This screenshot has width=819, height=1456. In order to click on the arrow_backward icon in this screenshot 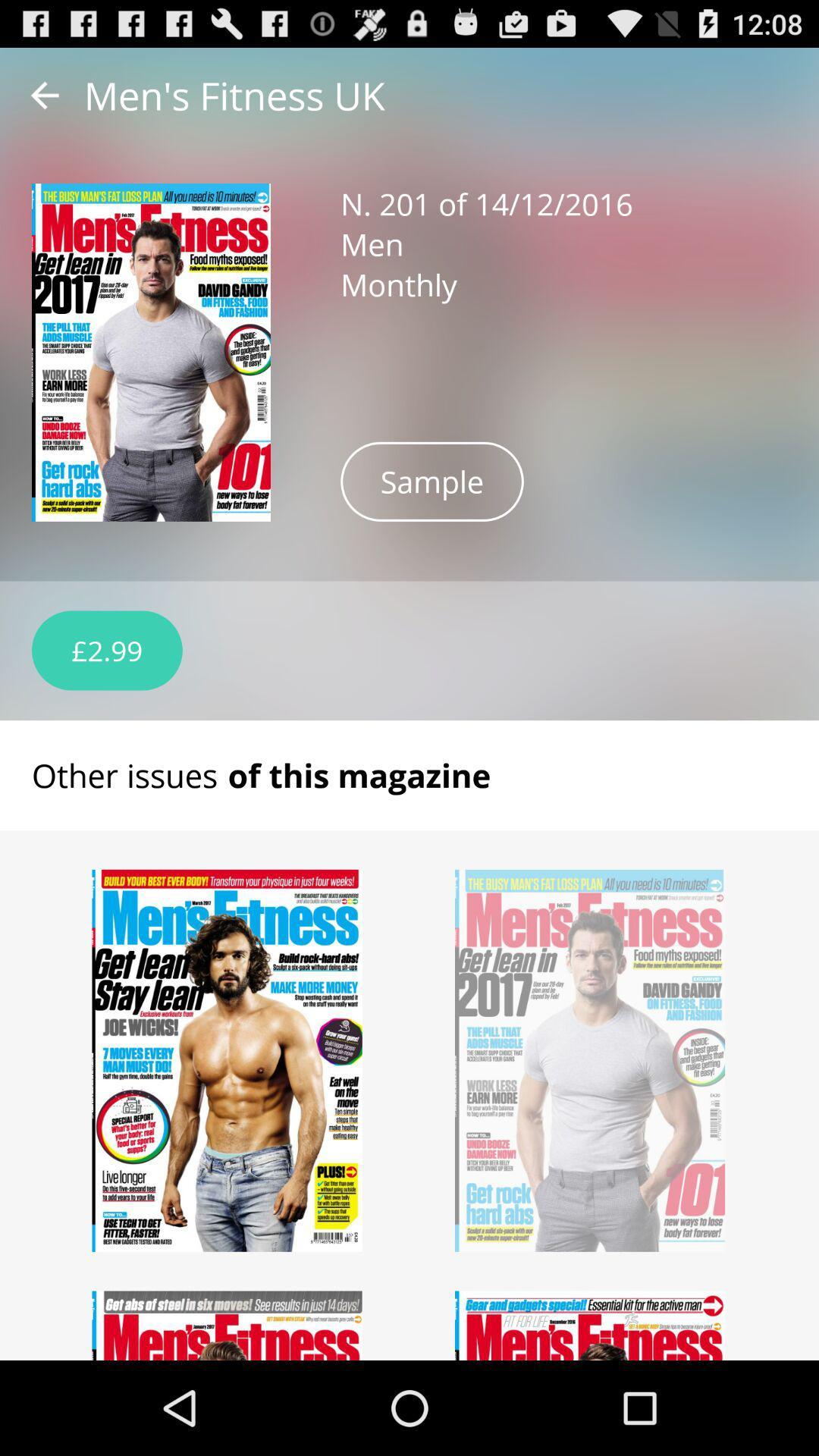, I will do `click(44, 101)`.